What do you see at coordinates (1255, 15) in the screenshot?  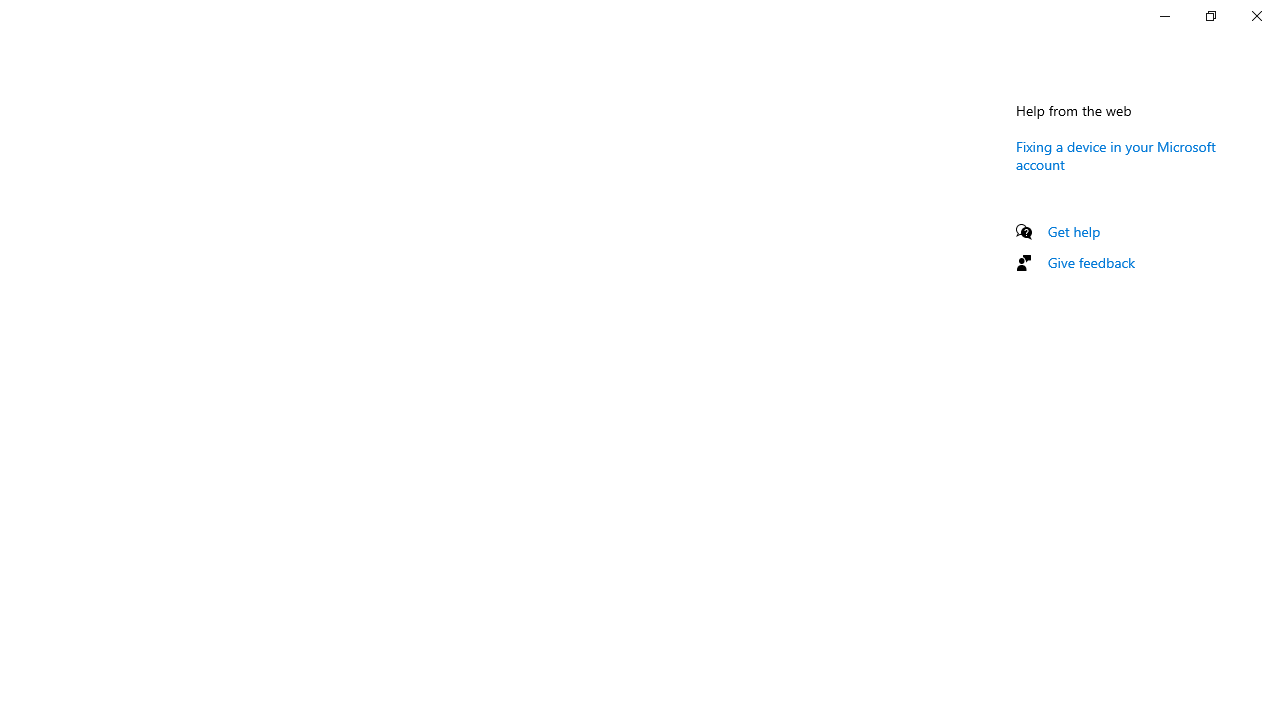 I see `'Close Settings'` at bounding box center [1255, 15].